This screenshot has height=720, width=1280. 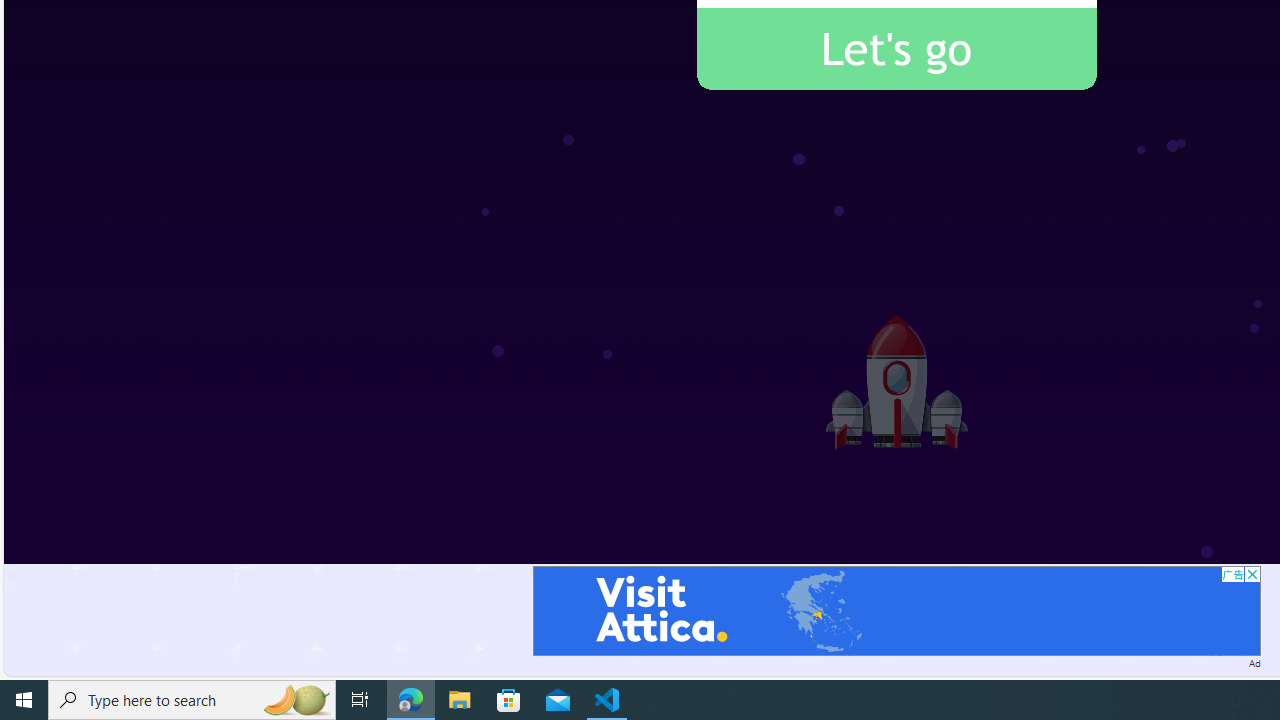 What do you see at coordinates (1251, 574) in the screenshot?
I see `'AutomationID: cbb'` at bounding box center [1251, 574].